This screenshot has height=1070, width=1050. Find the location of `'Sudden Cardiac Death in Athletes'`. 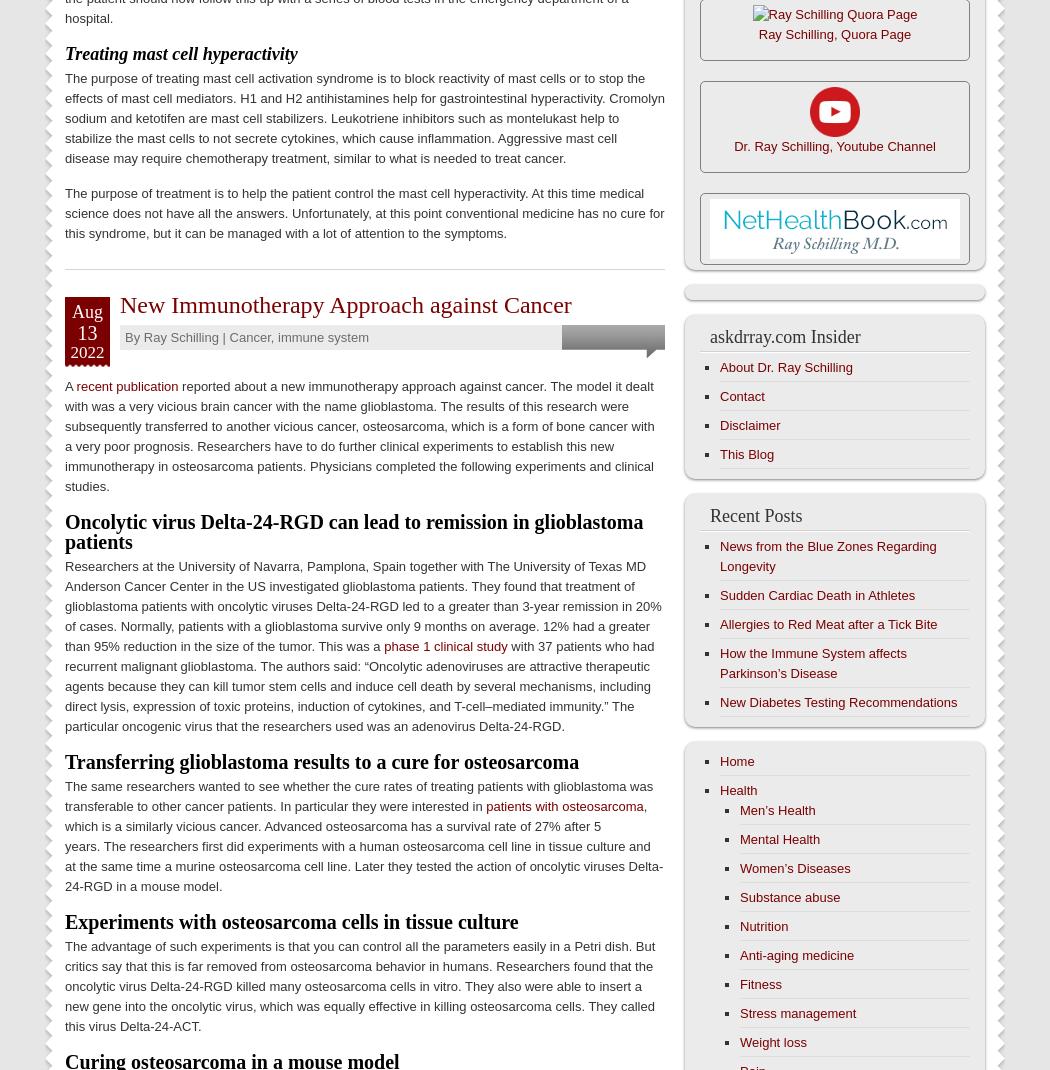

'Sudden Cardiac Death in Athletes' is located at coordinates (816, 594).